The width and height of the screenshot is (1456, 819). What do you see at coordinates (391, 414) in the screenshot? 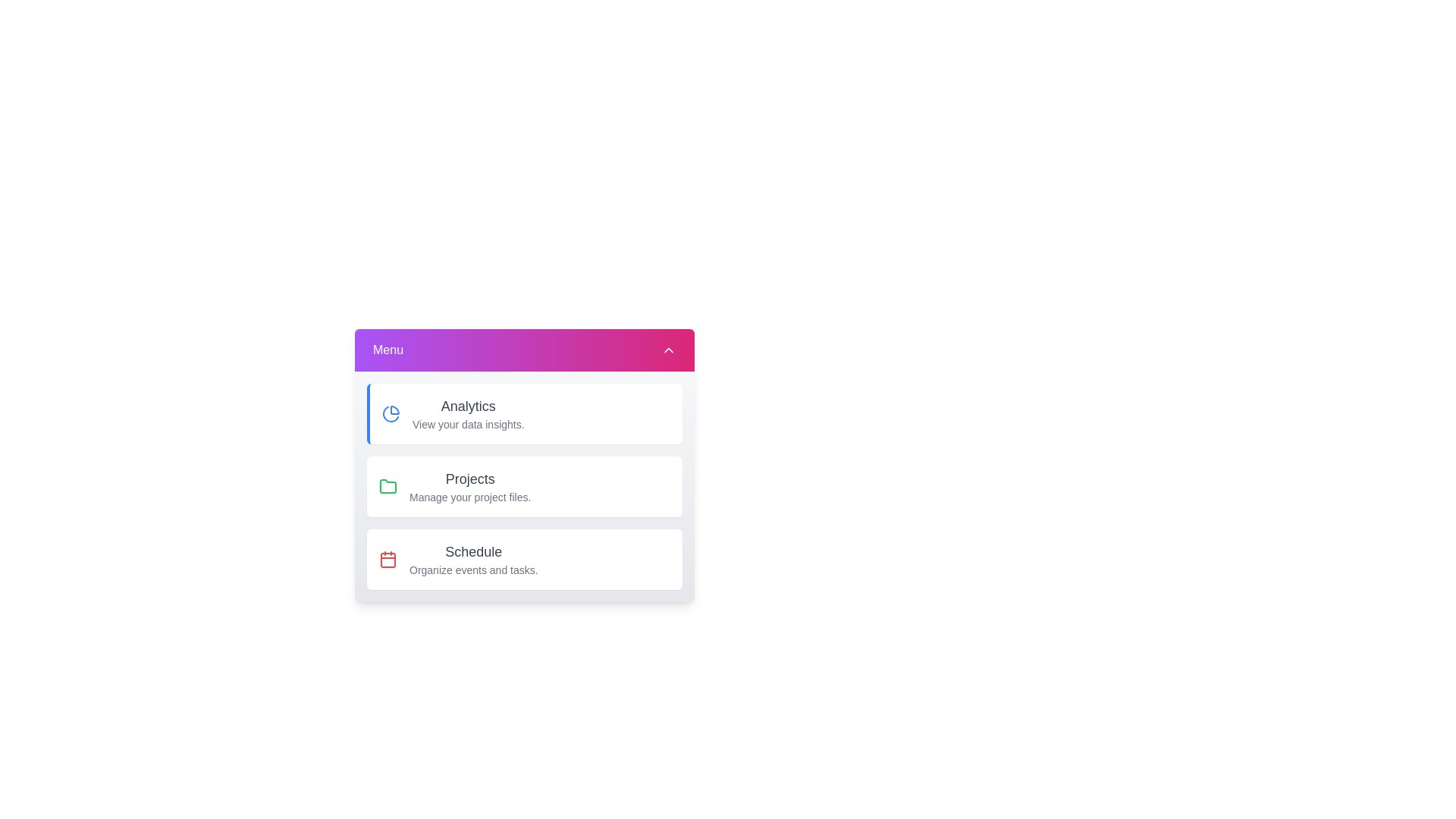
I see `the icon of the menu item labeled Analytics` at bounding box center [391, 414].